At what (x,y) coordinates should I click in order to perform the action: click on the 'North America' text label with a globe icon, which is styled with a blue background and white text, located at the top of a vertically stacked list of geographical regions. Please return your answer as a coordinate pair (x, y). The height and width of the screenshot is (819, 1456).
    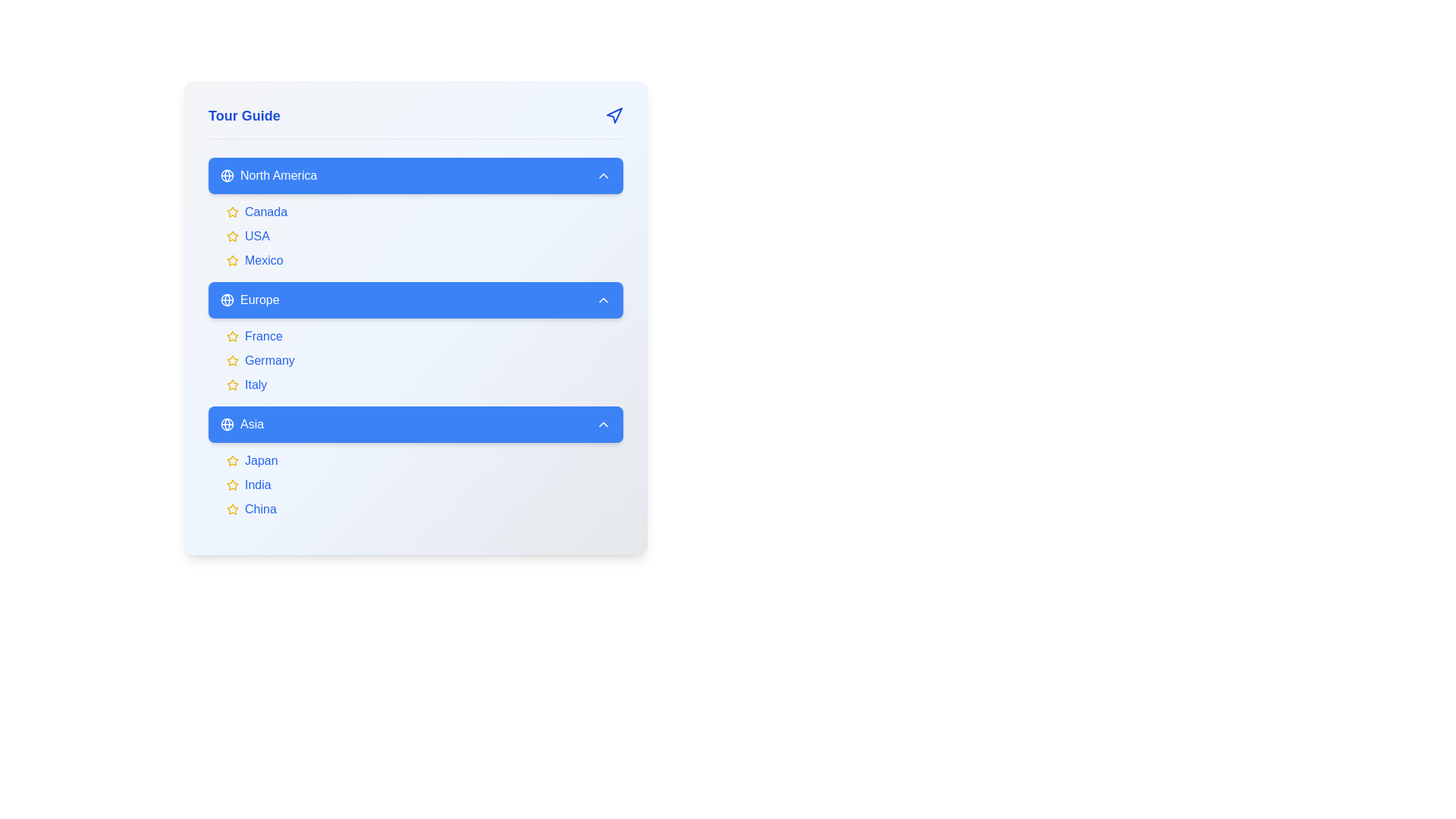
    Looking at the image, I should click on (268, 174).